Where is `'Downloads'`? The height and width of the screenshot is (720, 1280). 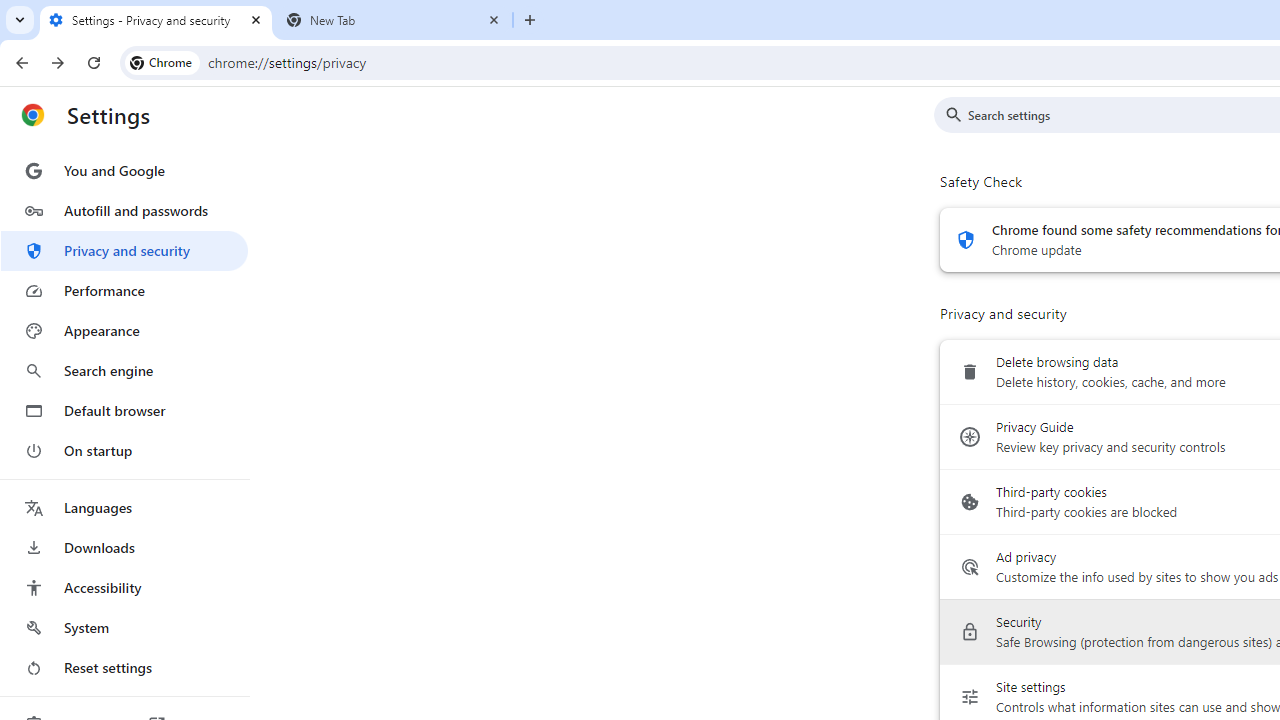
'Downloads' is located at coordinates (123, 547).